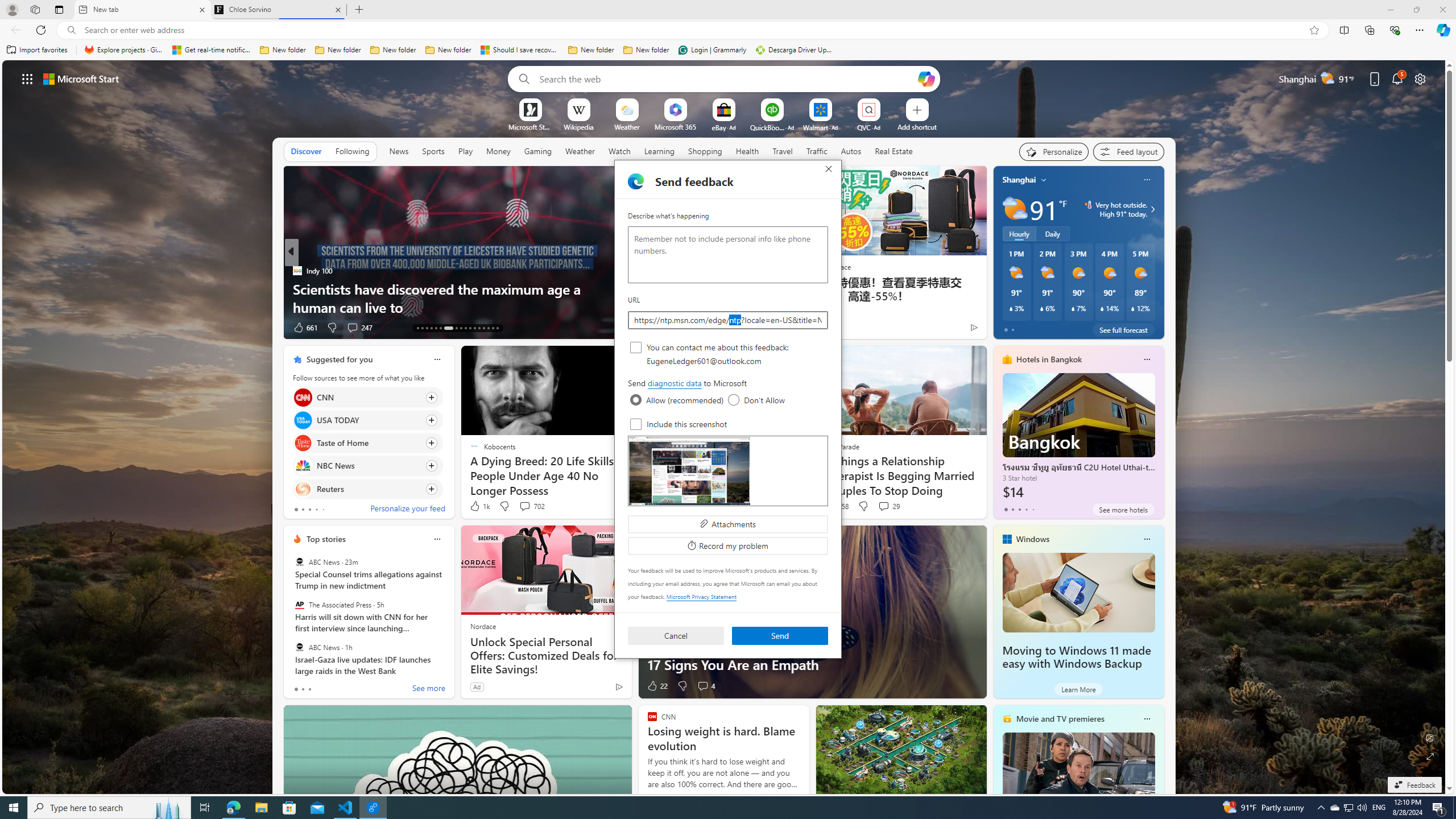  What do you see at coordinates (656, 686) in the screenshot?
I see `'22 Like'` at bounding box center [656, 686].